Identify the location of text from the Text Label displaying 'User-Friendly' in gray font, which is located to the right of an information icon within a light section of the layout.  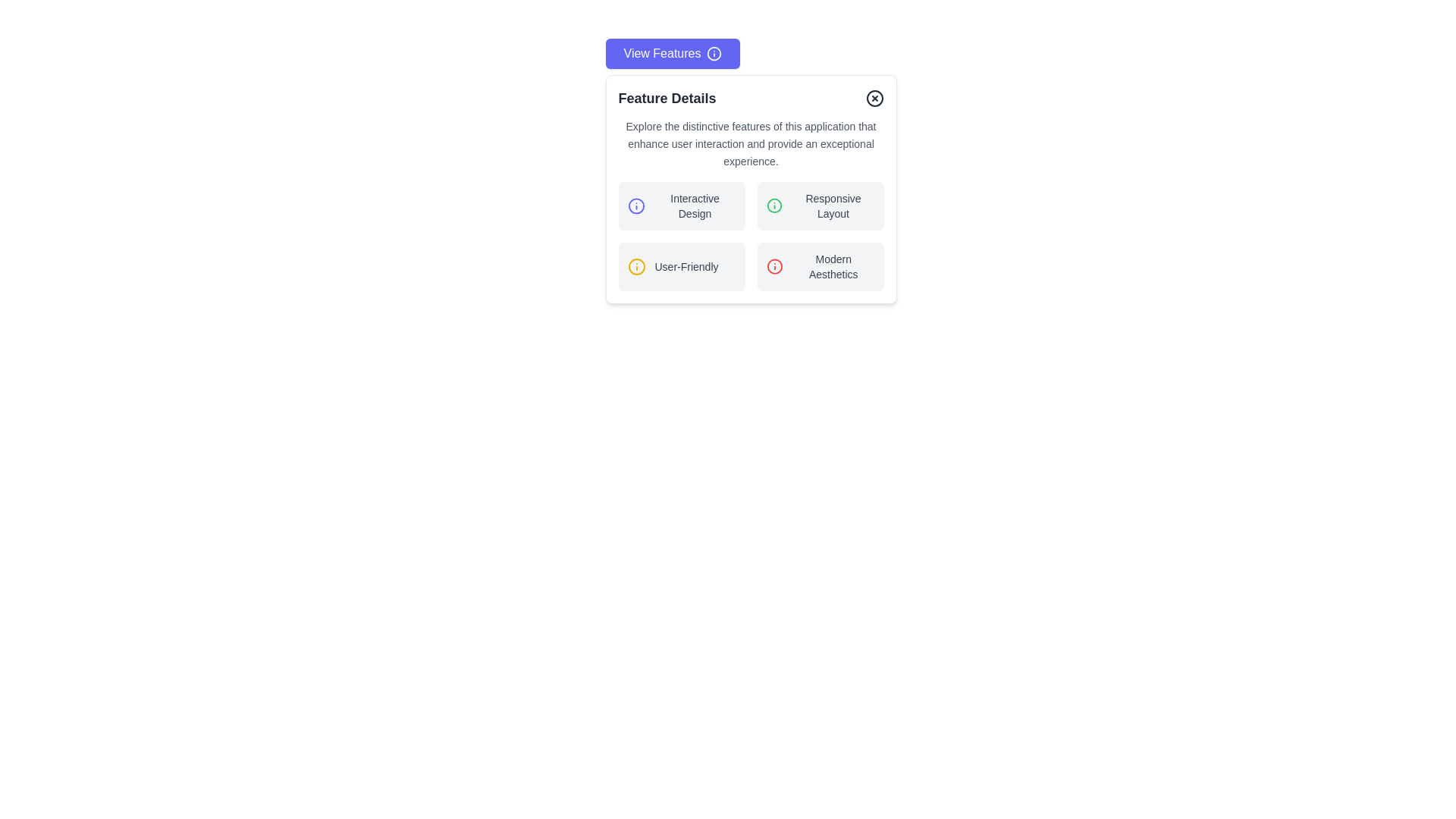
(686, 266).